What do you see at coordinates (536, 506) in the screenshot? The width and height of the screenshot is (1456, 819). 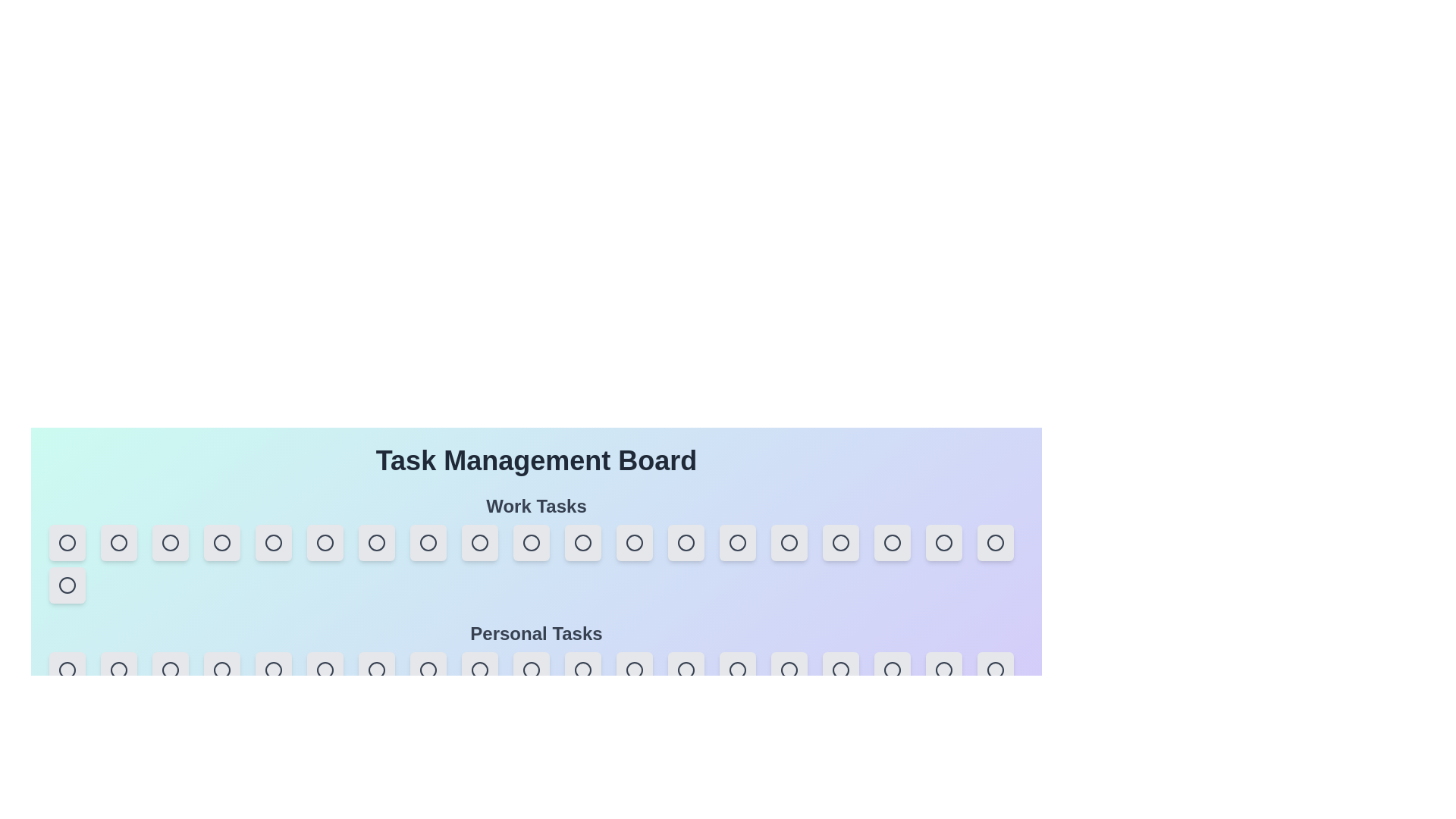 I see `the header of the Work category to select it` at bounding box center [536, 506].